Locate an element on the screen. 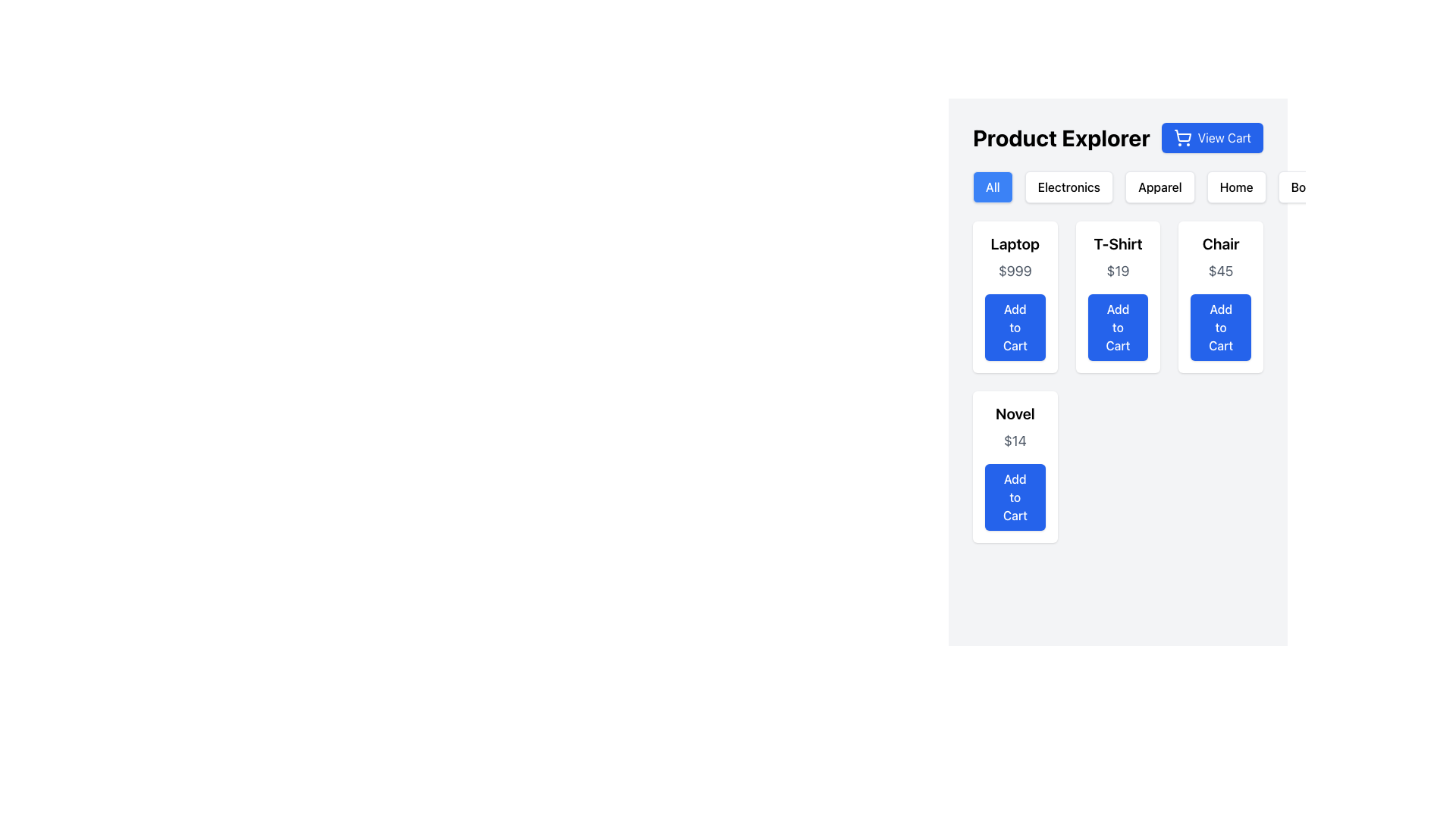  the fifth category filter button labeled 'Books' to apply the product filter is located at coordinates (1307, 186).